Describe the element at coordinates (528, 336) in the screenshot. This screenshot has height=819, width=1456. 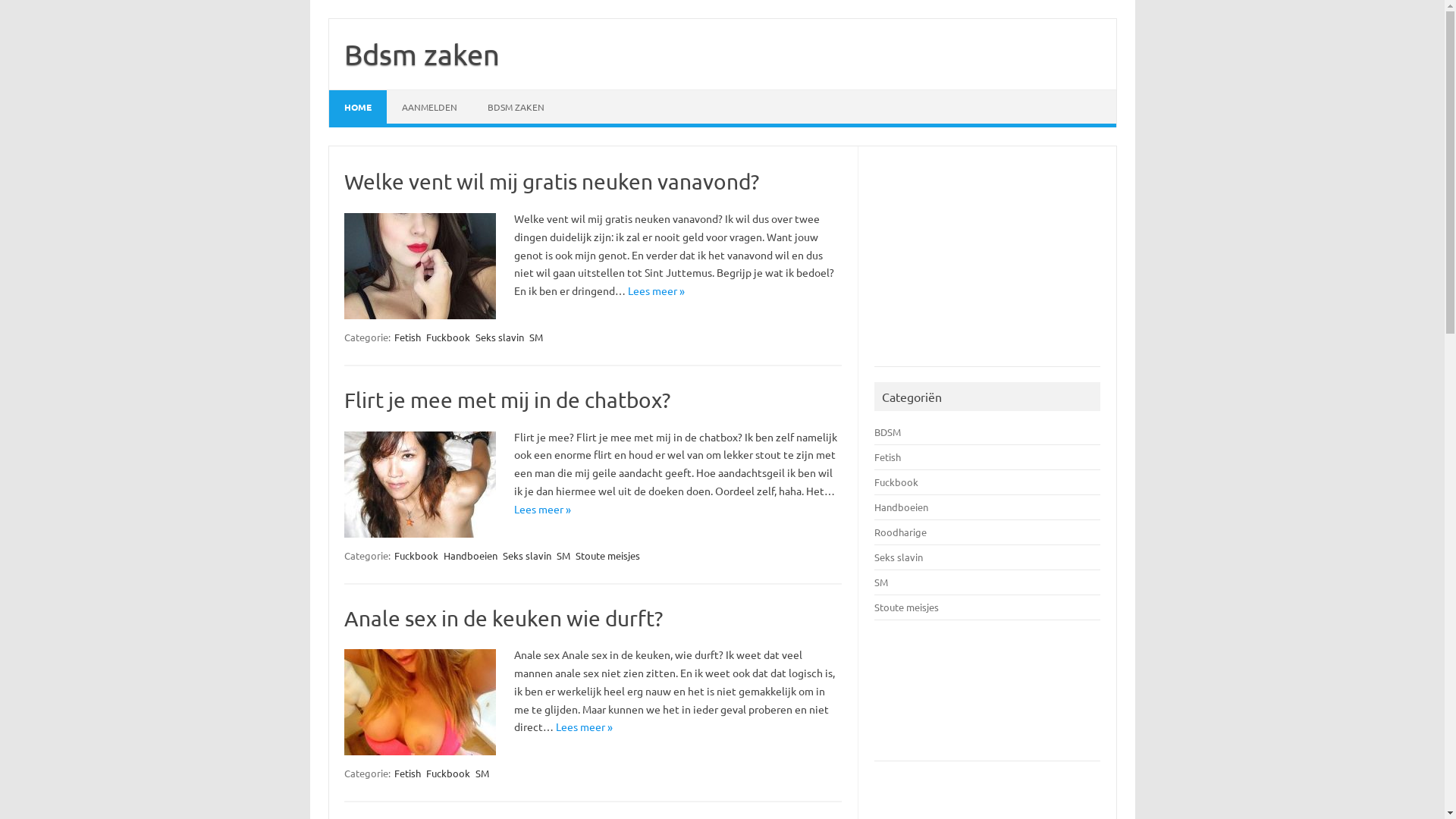
I see `'SM'` at that location.